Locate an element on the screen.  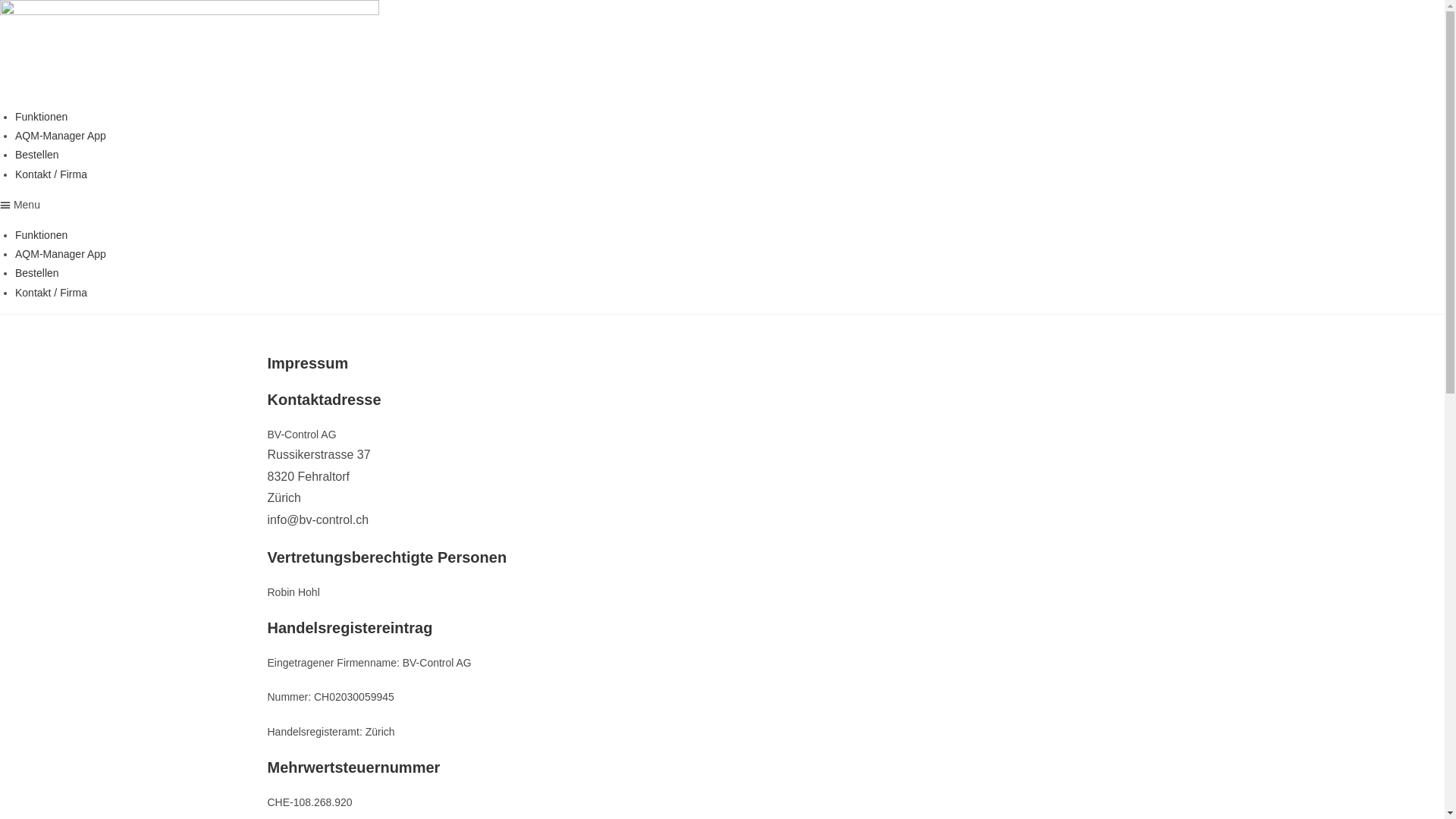
'Funktionen' is located at coordinates (14, 116).